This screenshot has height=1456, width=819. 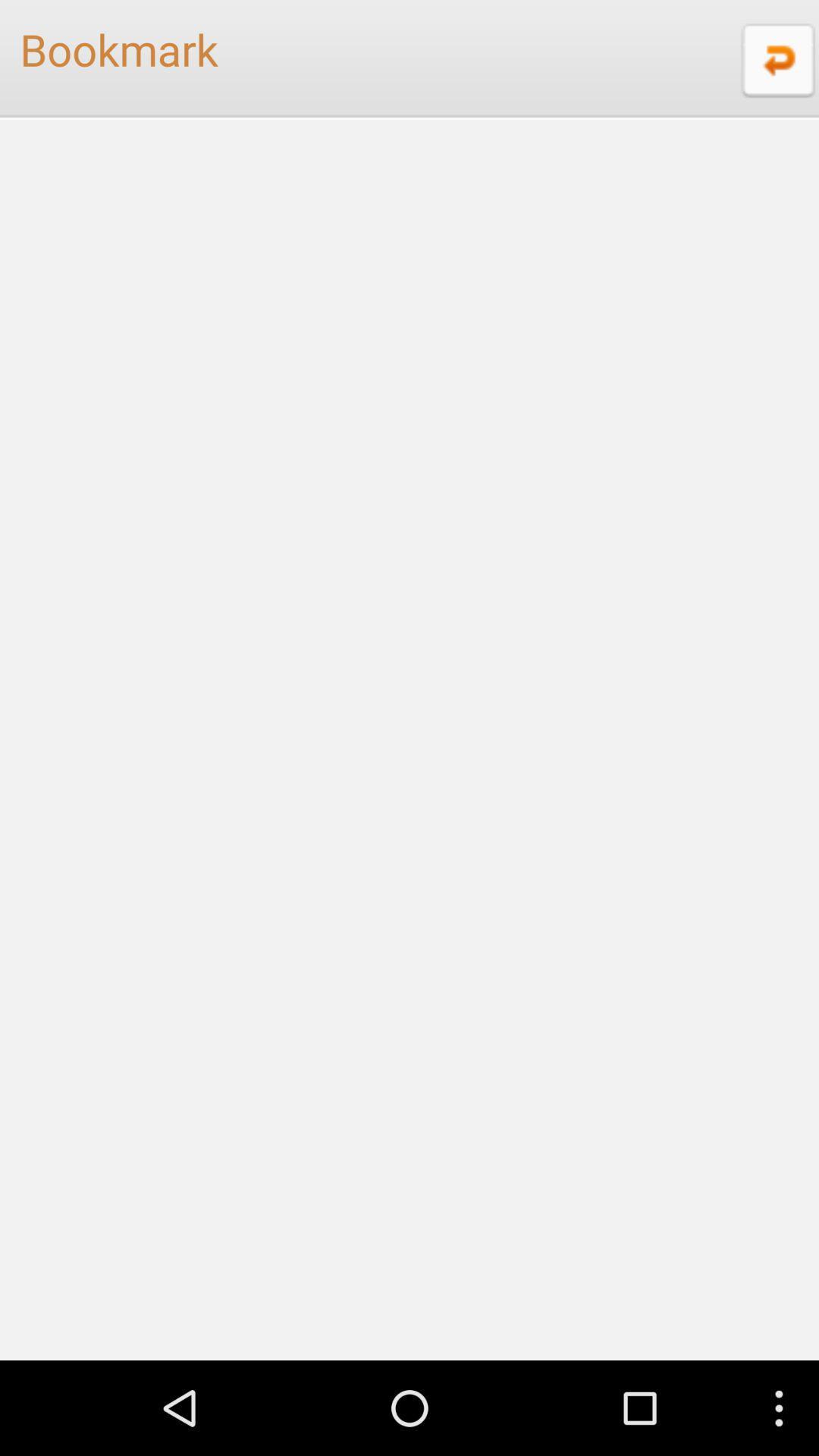 What do you see at coordinates (776, 59) in the screenshot?
I see `item next to bookmark` at bounding box center [776, 59].